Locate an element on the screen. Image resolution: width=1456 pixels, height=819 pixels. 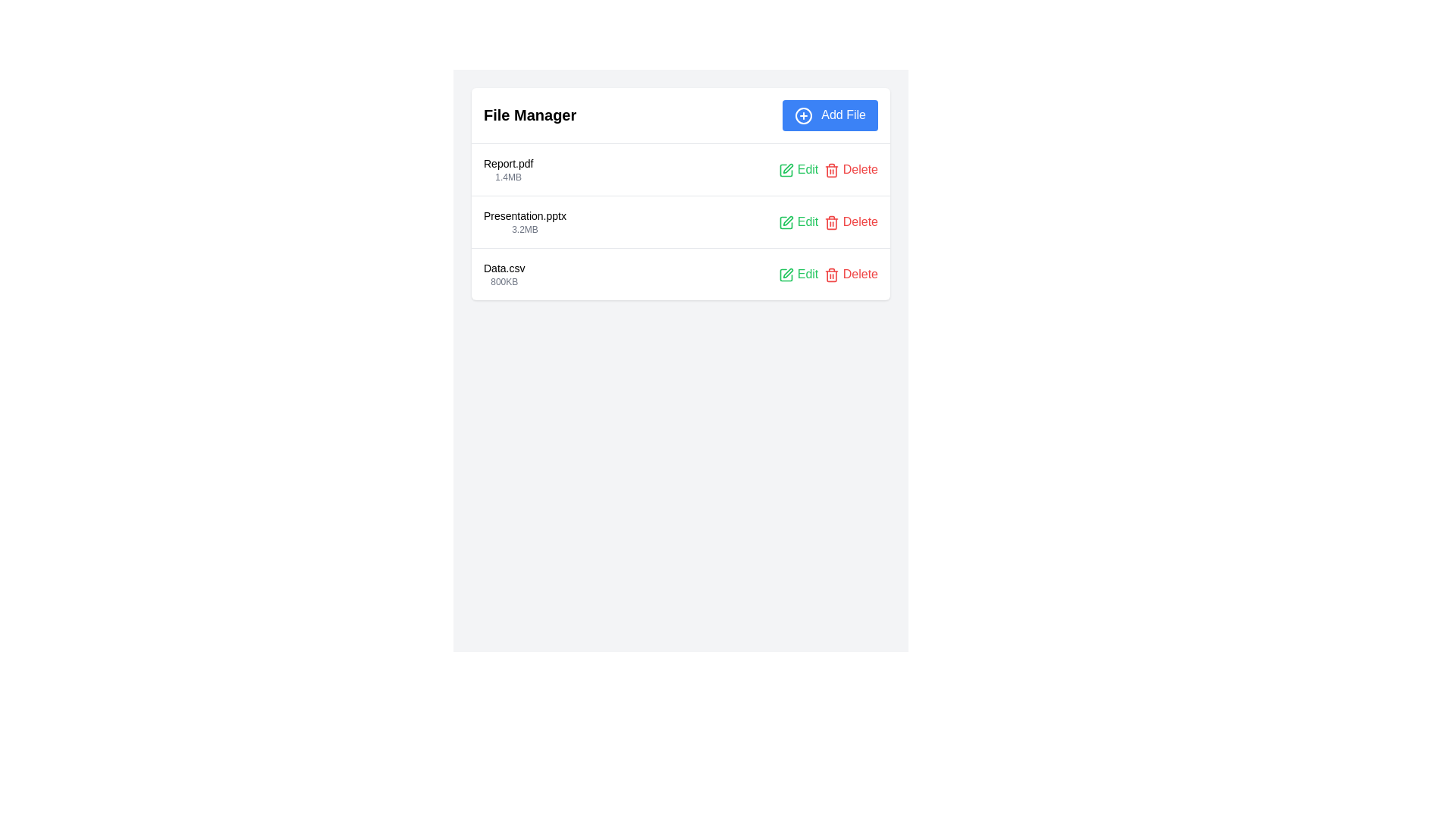
the list item representing the file 'Presentation.pptx' is located at coordinates (679, 221).